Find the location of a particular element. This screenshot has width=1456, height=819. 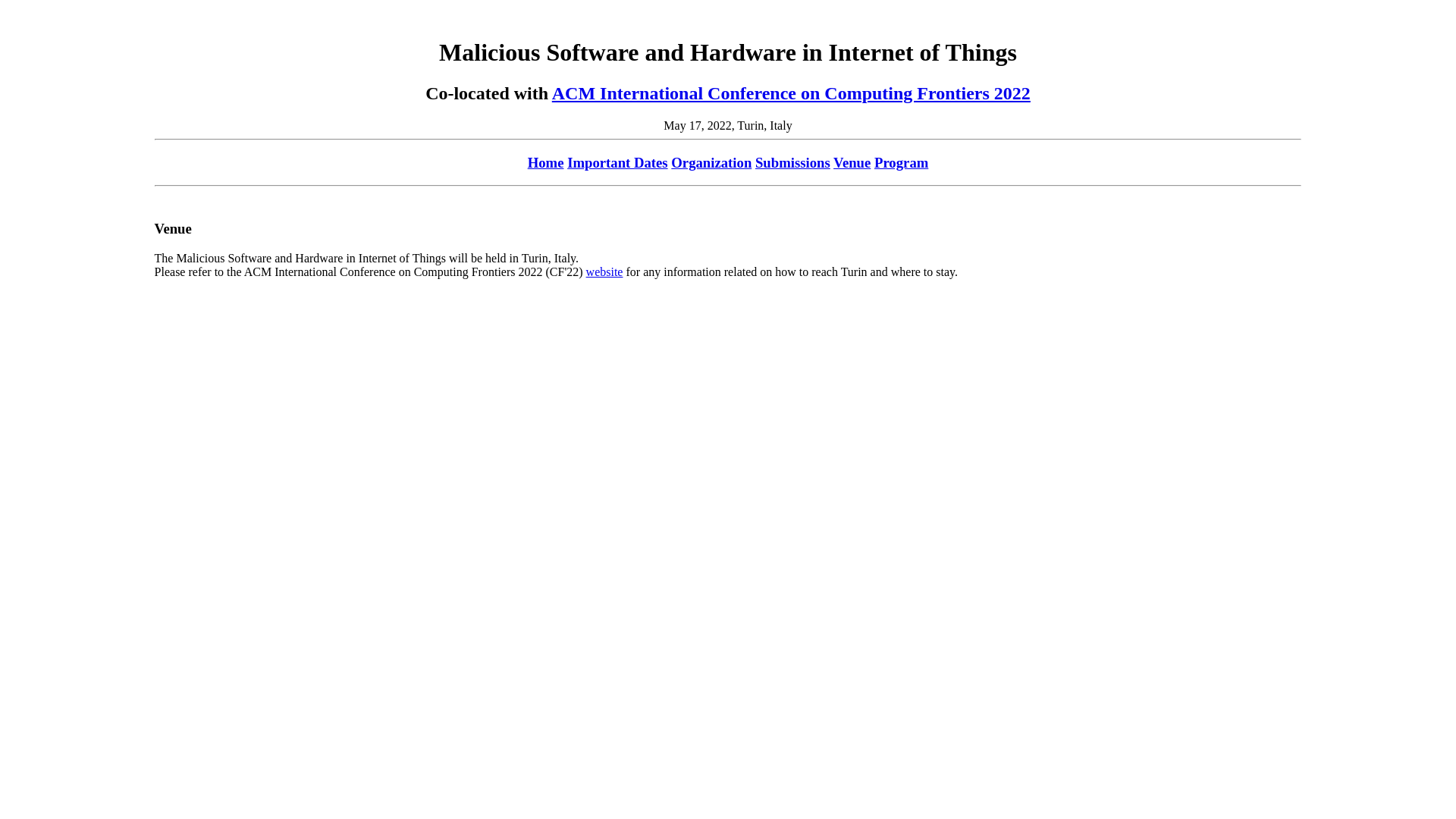

'Organization' is located at coordinates (710, 162).